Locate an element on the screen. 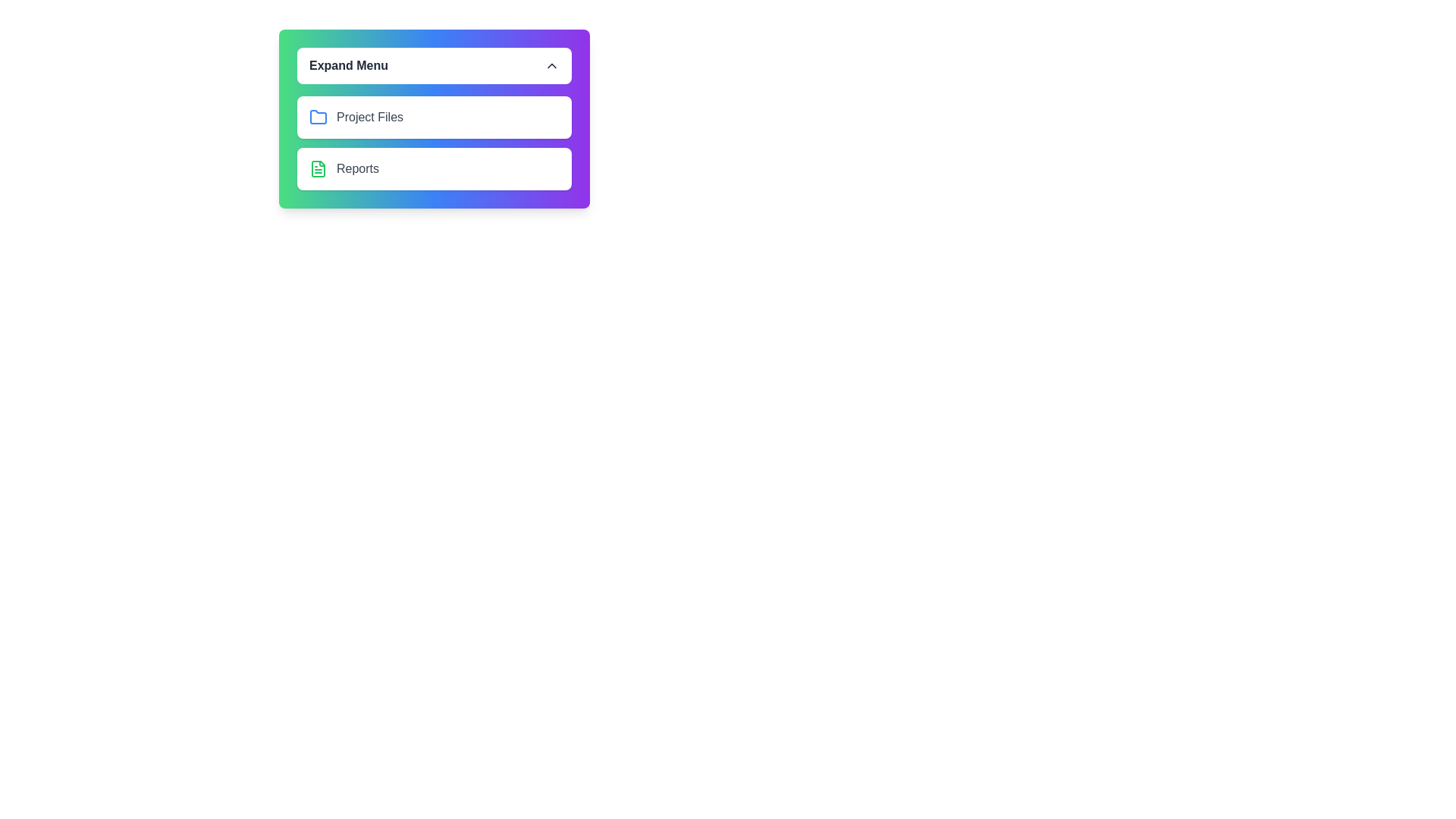 The image size is (1456, 819). label 'Project Files' which is displayed in gray text next to the folder icon in the menu section is located at coordinates (370, 116).